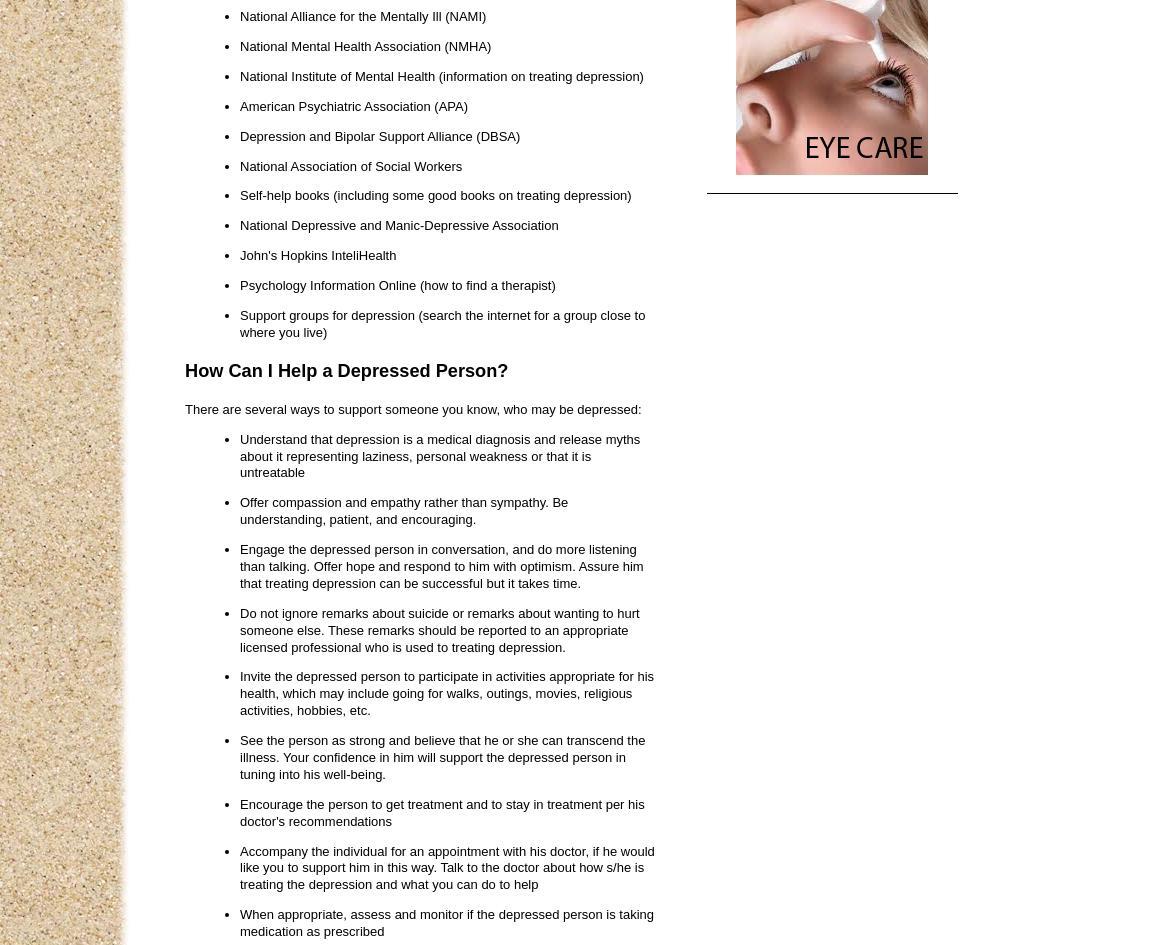  I want to click on 'Offer compassion and empathy rather than sympathy. Be understanding, patient, and encouraging.', so click(403, 509).